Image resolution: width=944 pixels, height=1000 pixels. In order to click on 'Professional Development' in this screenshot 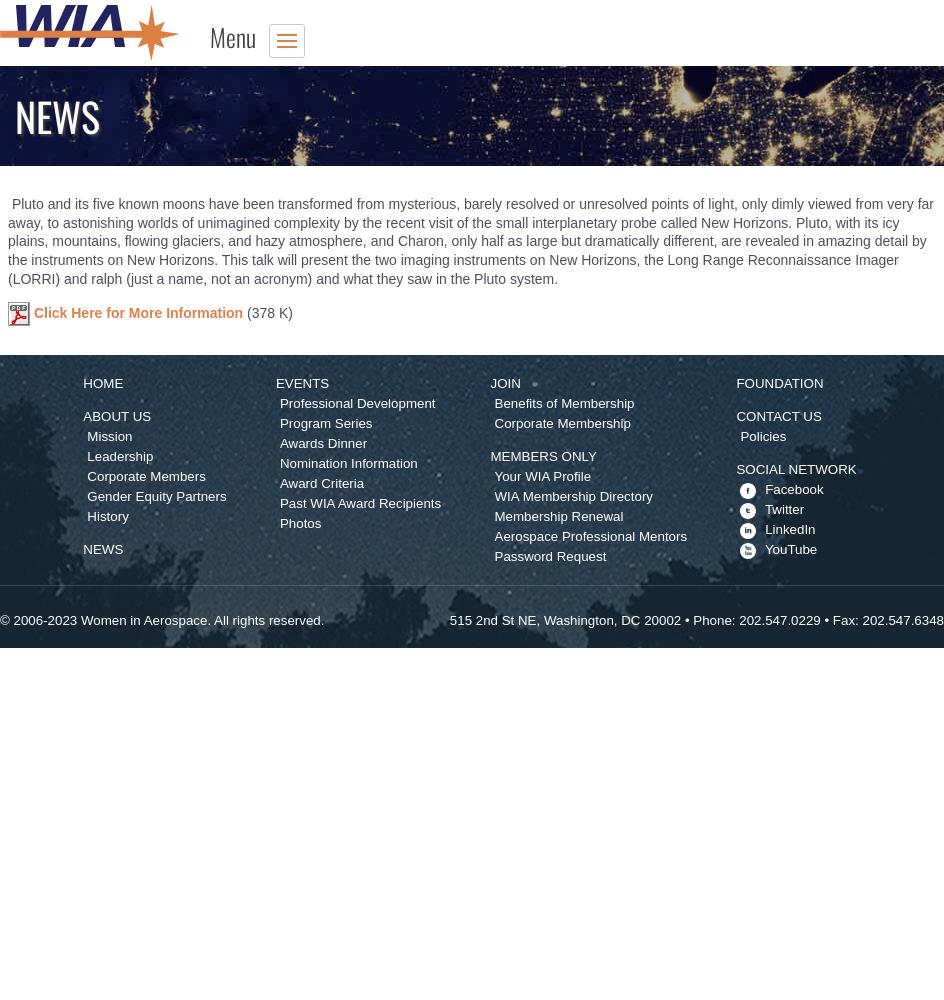, I will do `click(279, 402)`.